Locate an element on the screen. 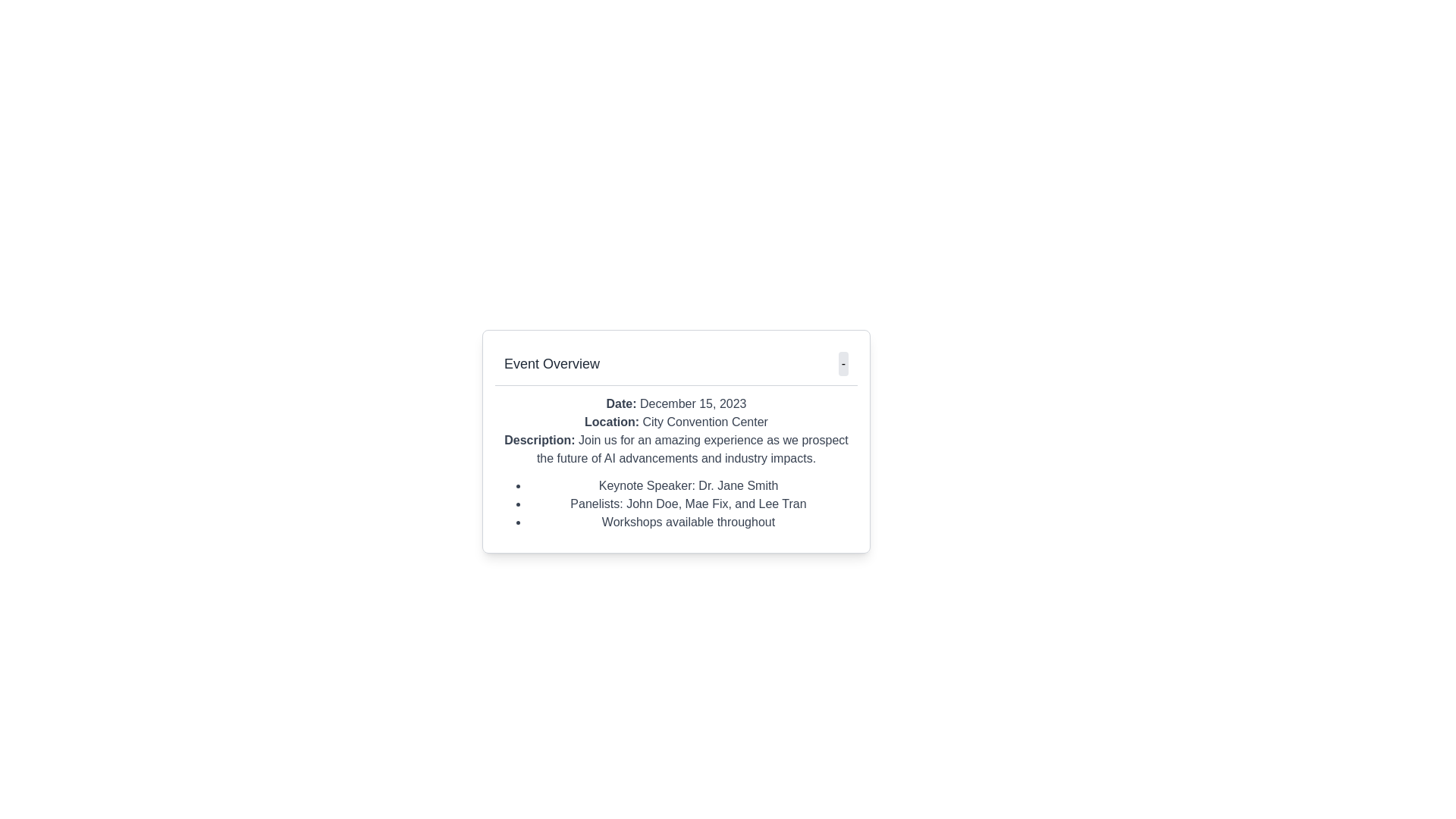  the label and value pair for the event date, which is located above the 'Location' descriptor and below the 'Event Overview' title is located at coordinates (676, 403).